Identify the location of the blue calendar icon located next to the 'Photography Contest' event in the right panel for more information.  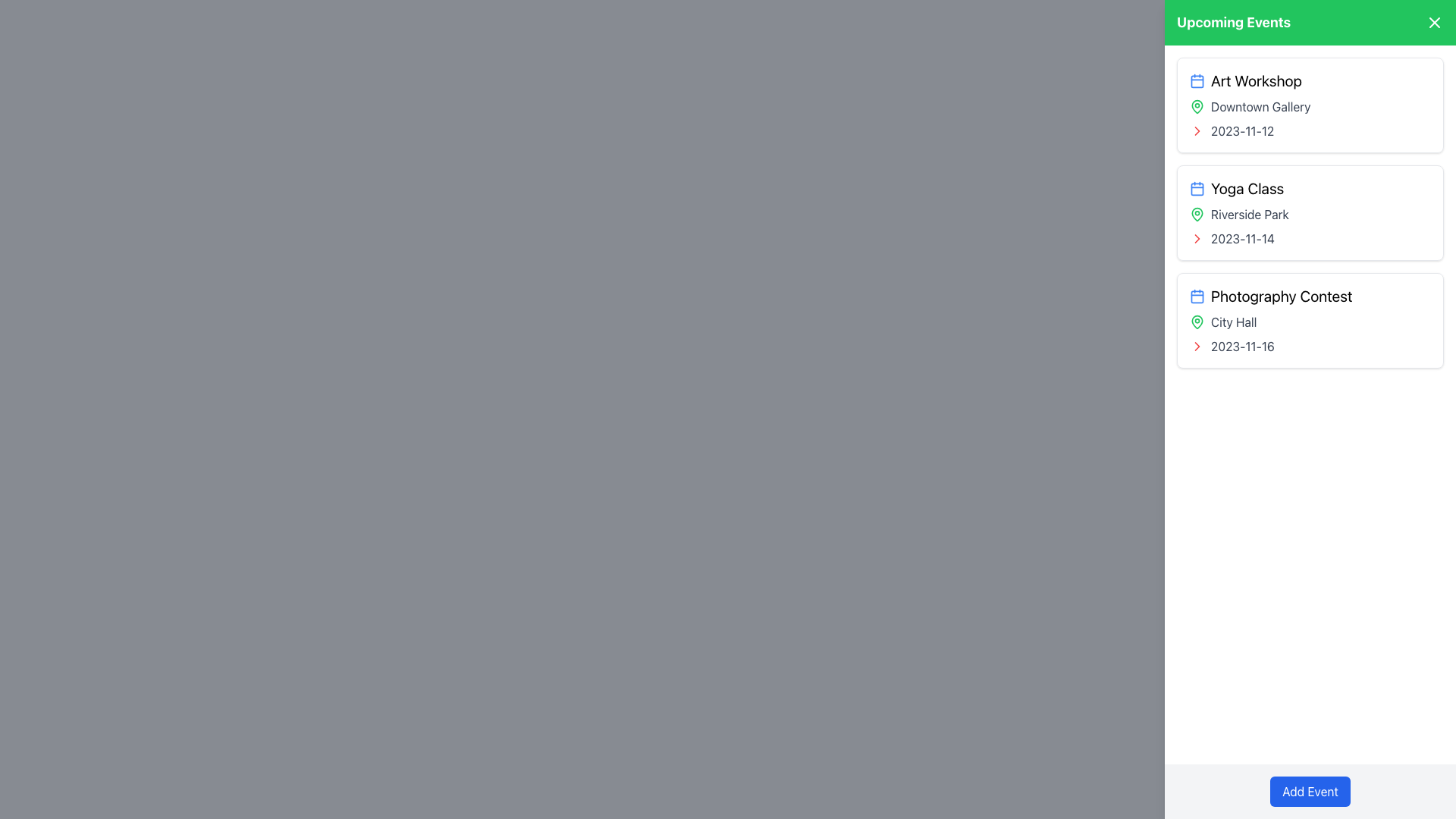
(1197, 296).